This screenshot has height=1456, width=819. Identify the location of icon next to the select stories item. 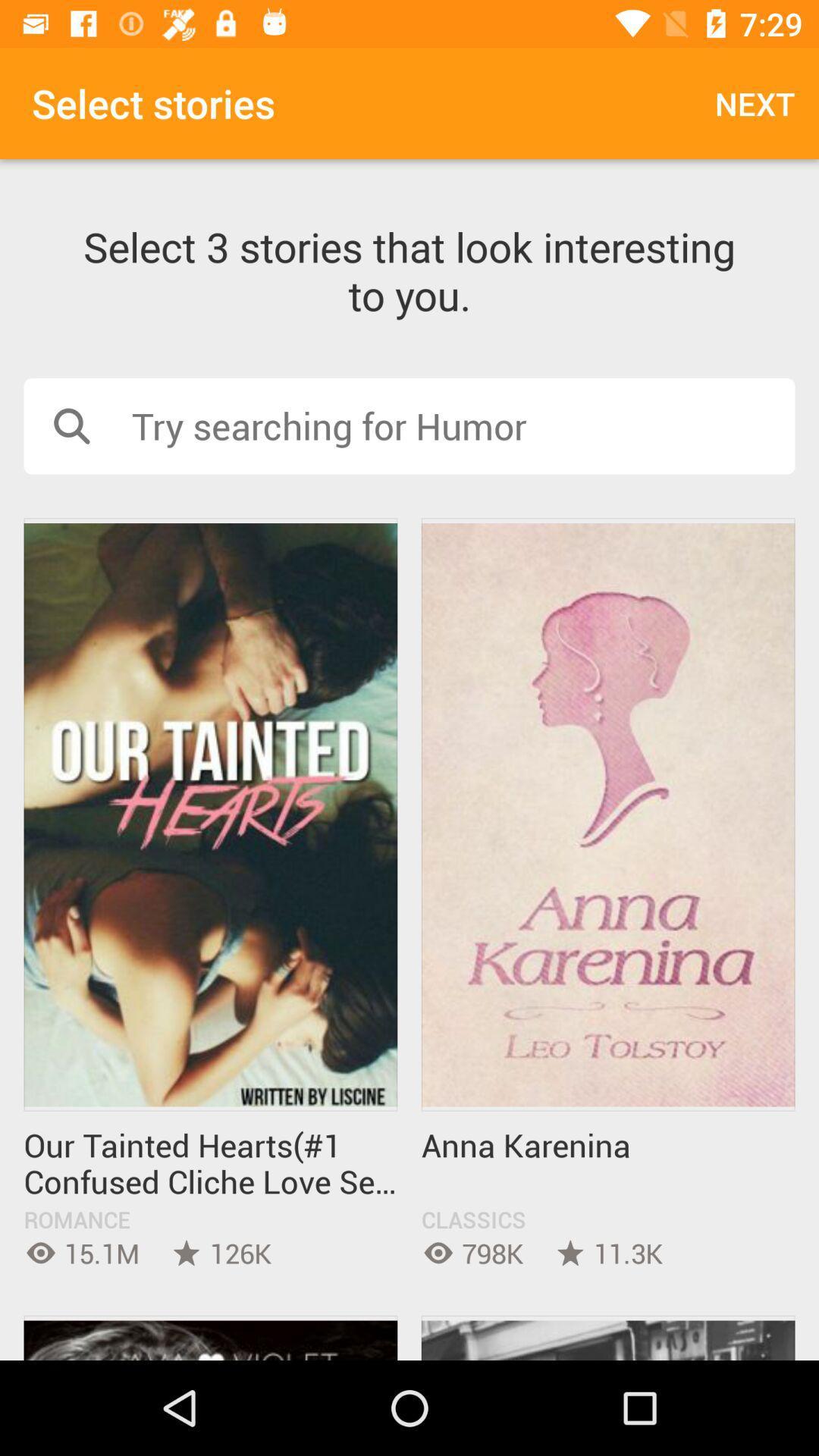
(755, 102).